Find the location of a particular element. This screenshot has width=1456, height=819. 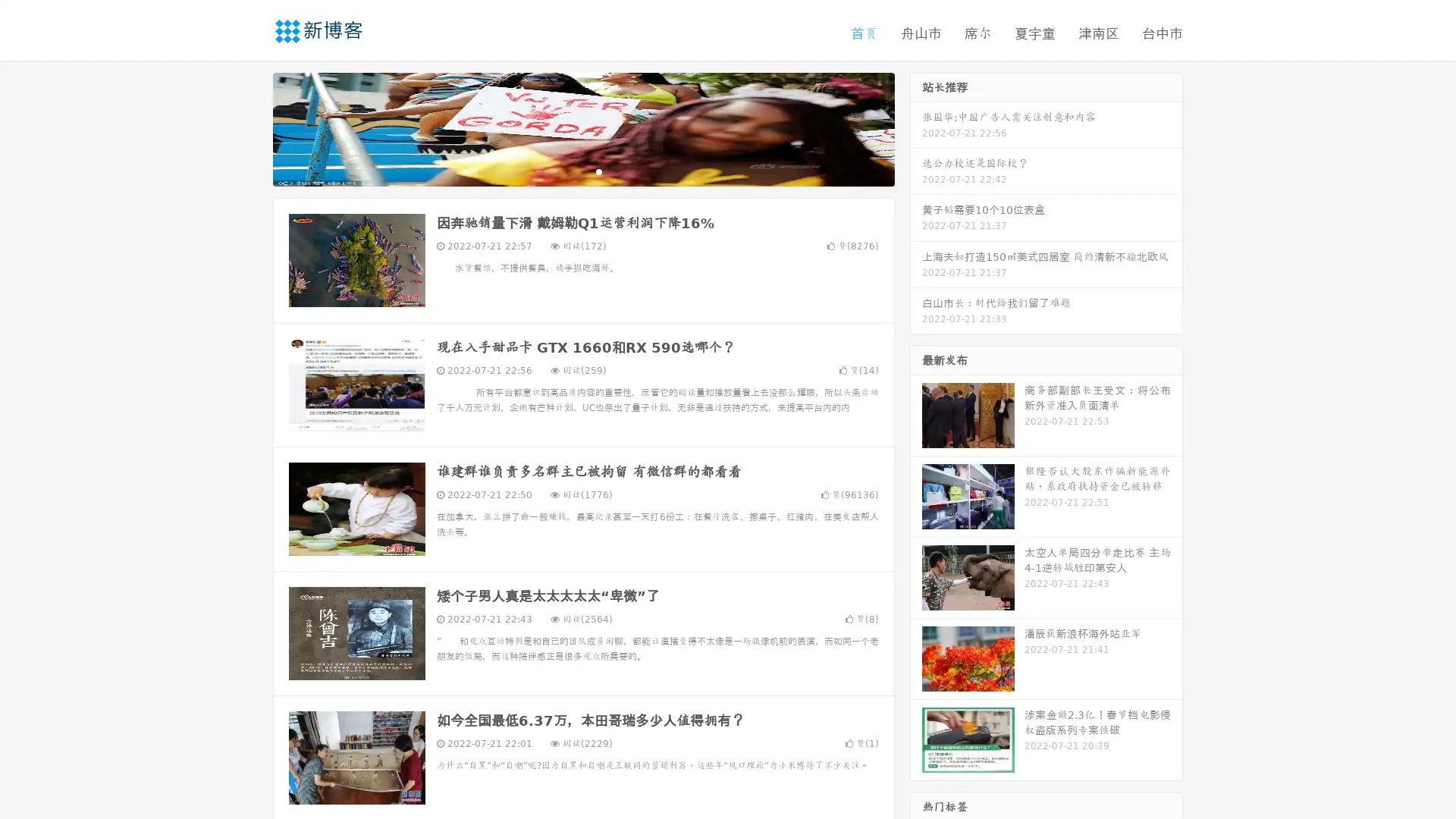

Go to slide 2 is located at coordinates (582, 171).